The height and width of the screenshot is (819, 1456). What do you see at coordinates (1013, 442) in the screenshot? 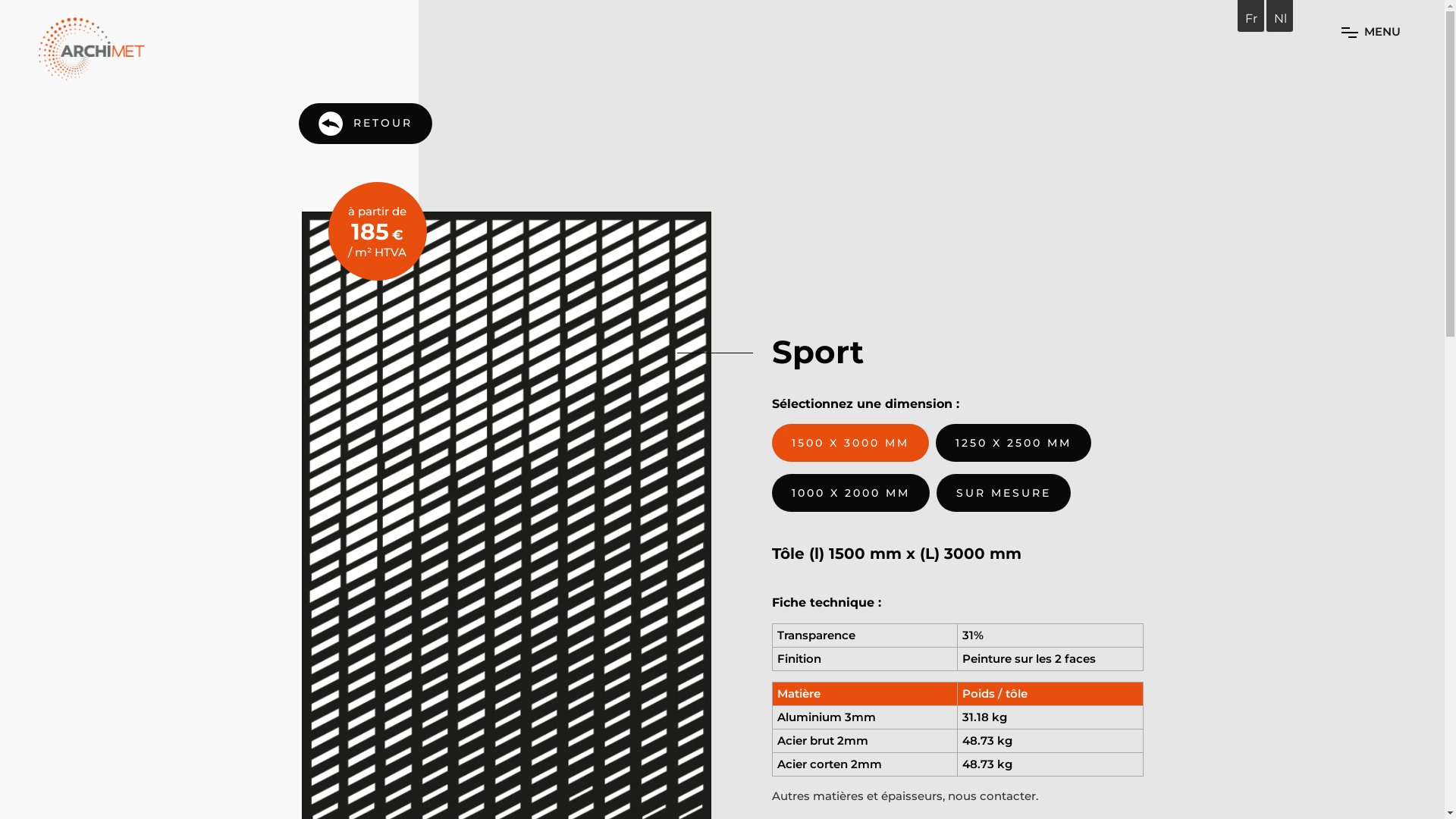
I see `'1250 X 2500 MM'` at bounding box center [1013, 442].